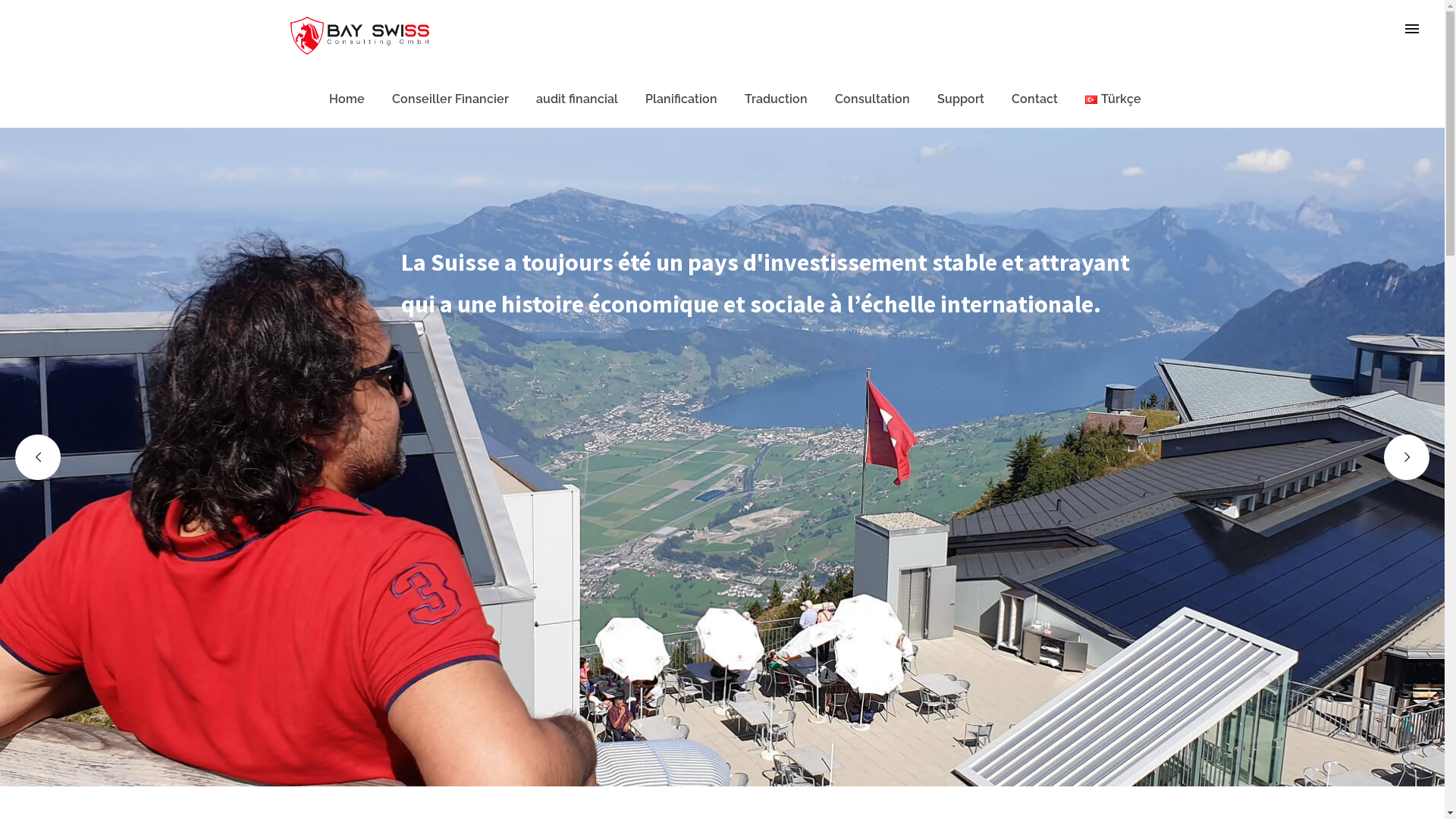  Describe the element at coordinates (872, 99) in the screenshot. I see `'Consultation'` at that location.